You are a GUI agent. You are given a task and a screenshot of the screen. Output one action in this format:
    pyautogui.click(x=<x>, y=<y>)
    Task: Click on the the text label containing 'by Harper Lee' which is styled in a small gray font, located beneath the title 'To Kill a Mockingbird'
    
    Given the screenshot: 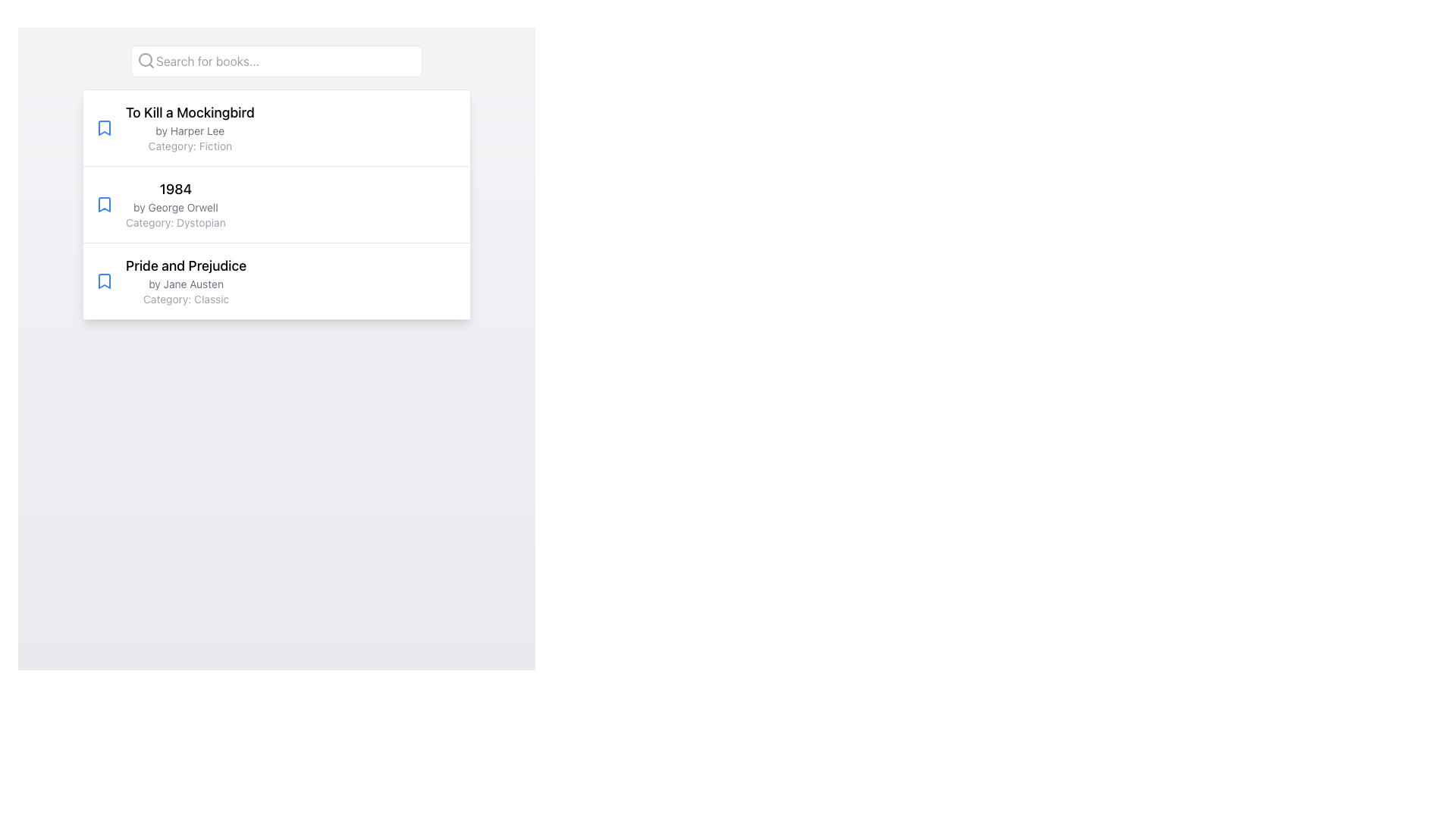 What is the action you would take?
    pyautogui.click(x=189, y=130)
    